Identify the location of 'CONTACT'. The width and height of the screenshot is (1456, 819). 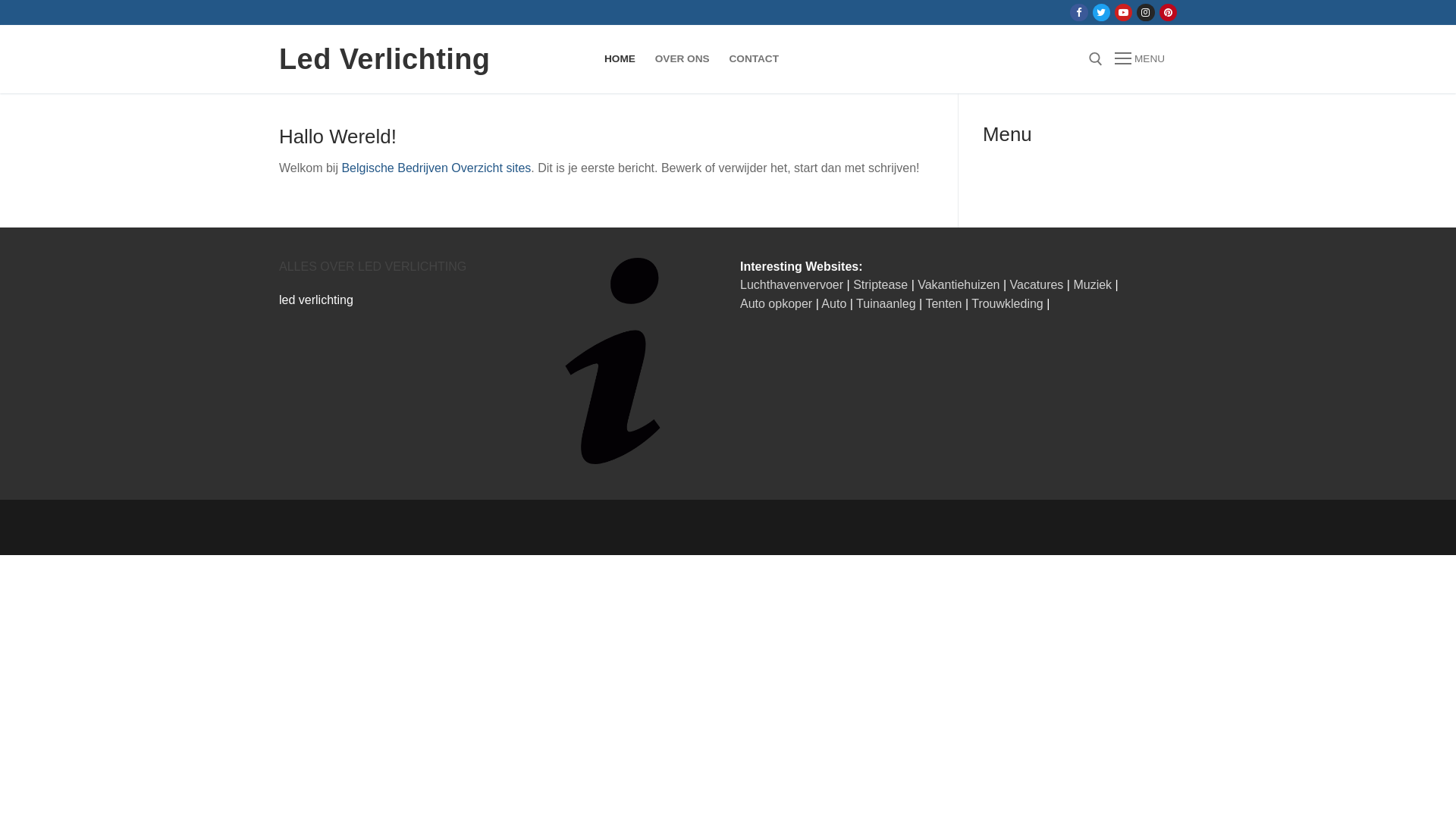
(719, 58).